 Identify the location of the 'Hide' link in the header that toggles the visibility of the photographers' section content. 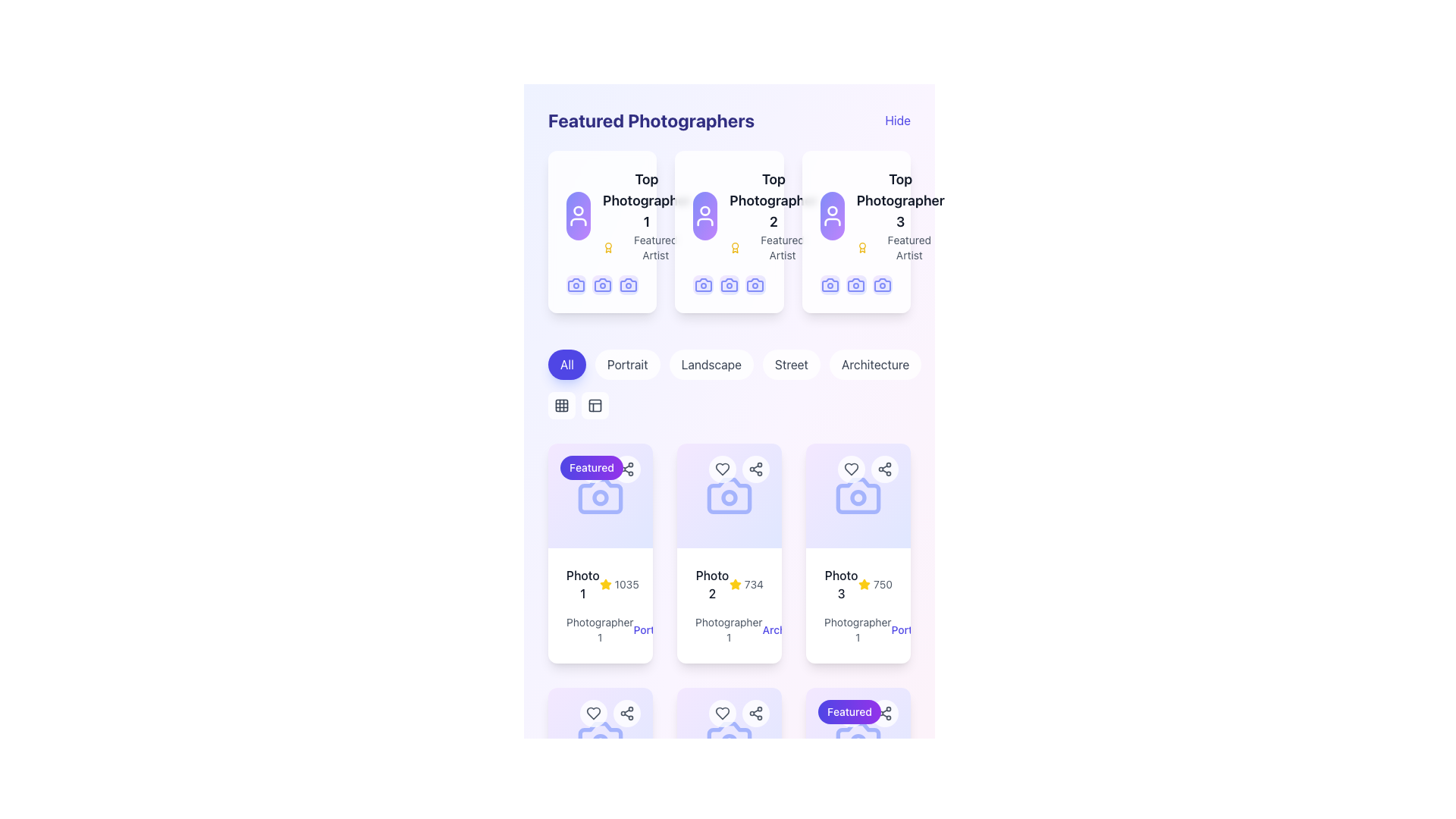
(729, 119).